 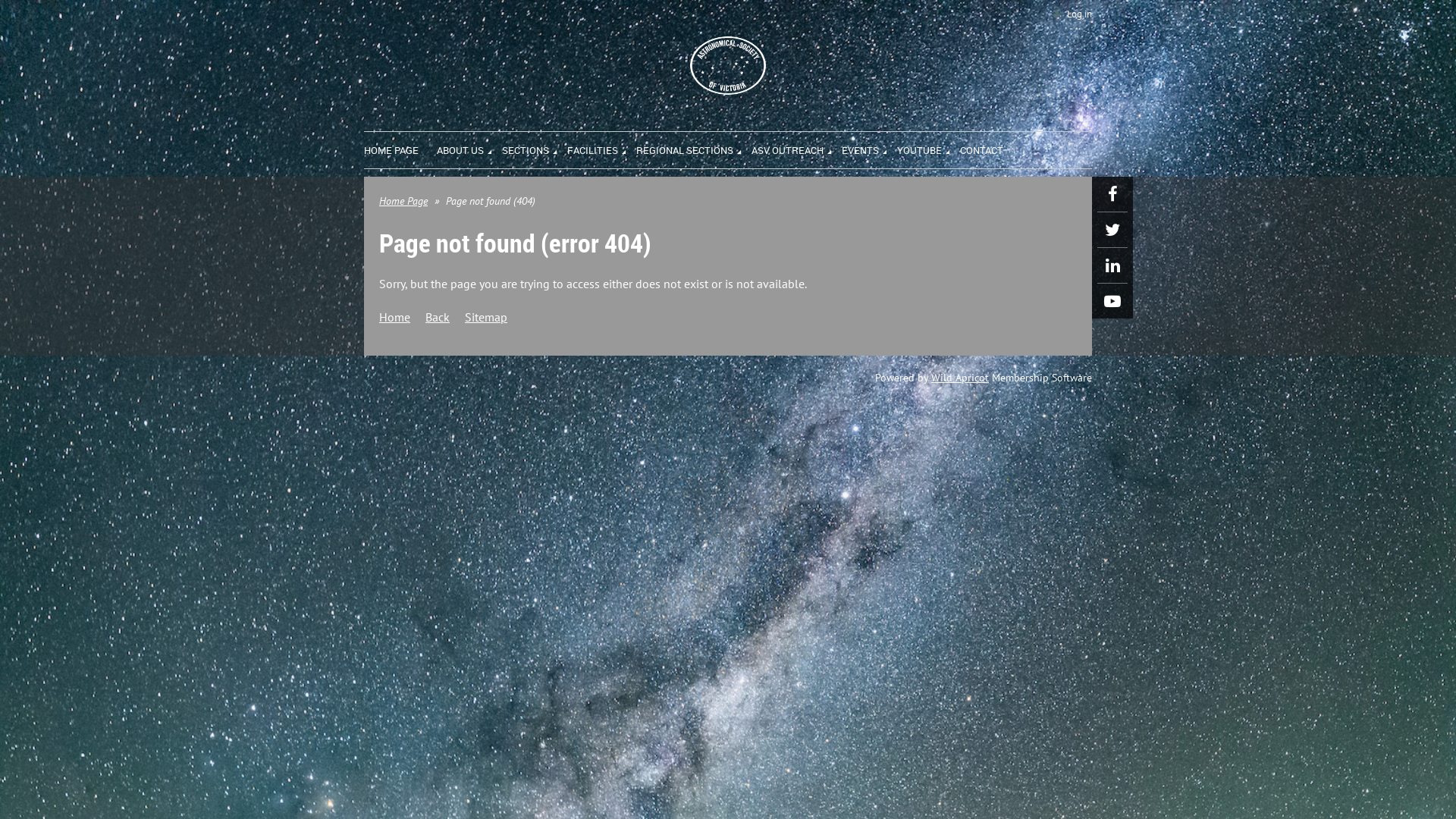 I want to click on 'Facebook', so click(x=1097, y=193).